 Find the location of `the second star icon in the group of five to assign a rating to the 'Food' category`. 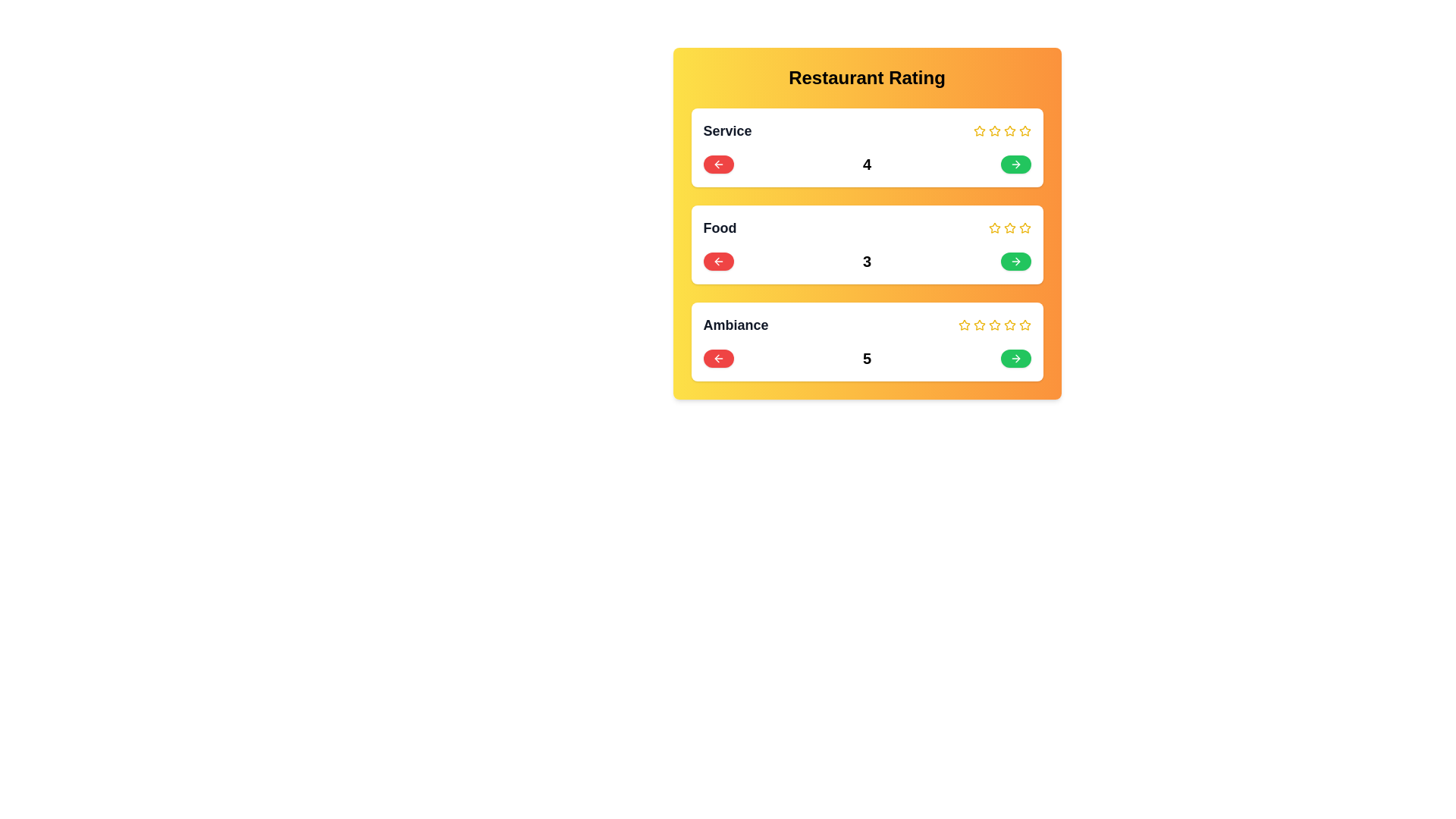

the second star icon in the group of five to assign a rating to the 'Food' category is located at coordinates (1009, 227).